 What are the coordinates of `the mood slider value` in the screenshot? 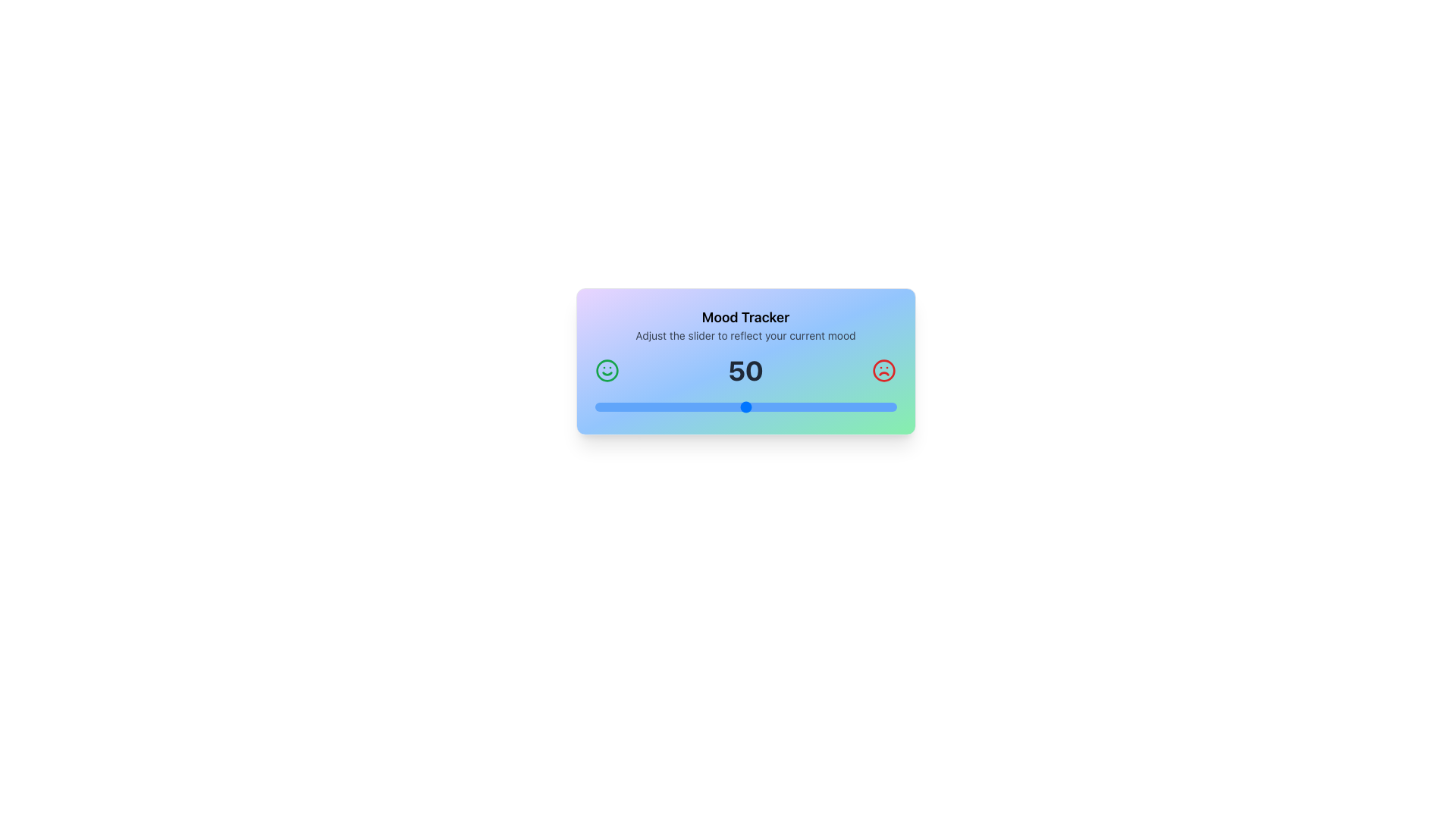 It's located at (646, 406).